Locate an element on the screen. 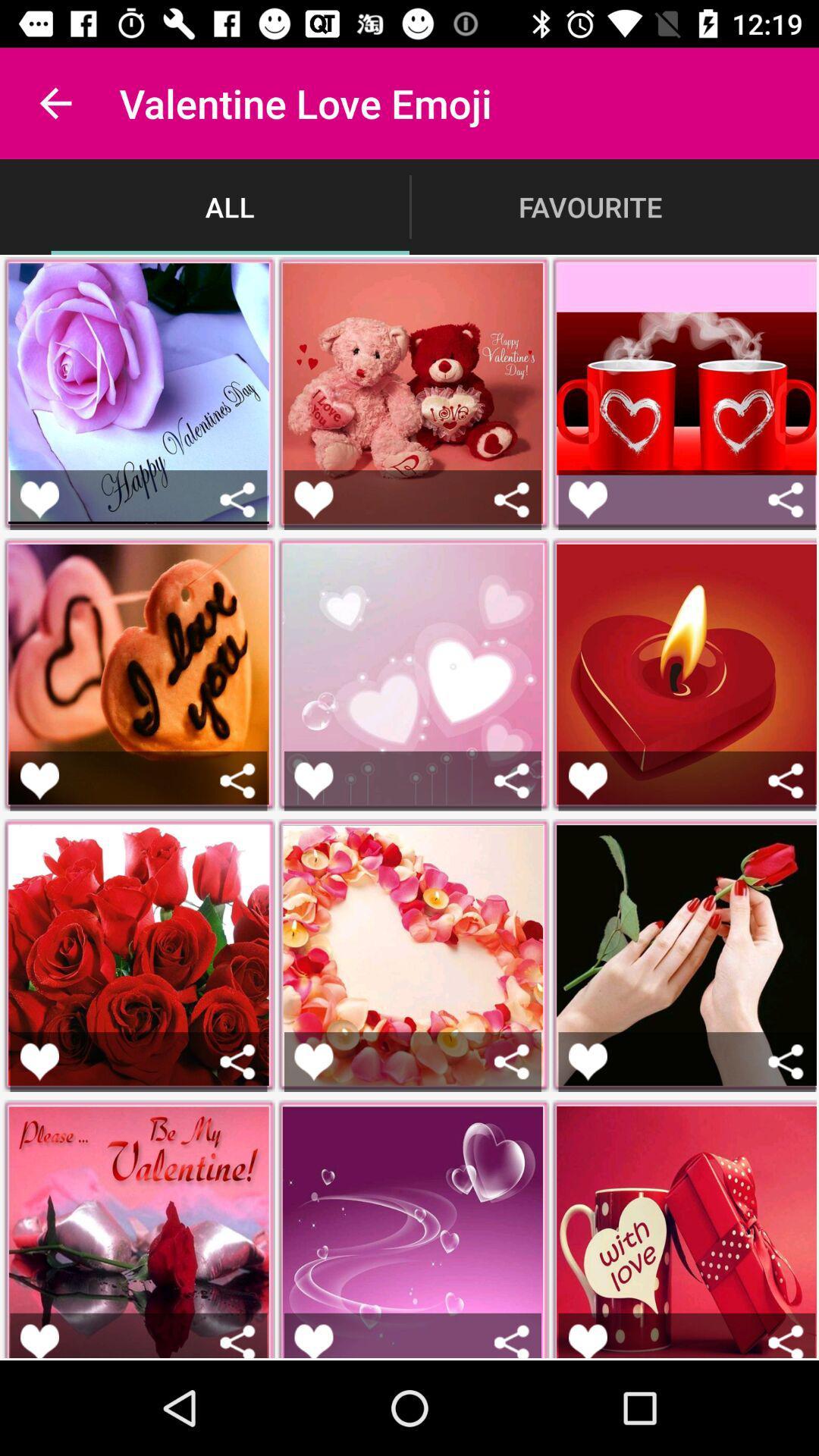 The image size is (819, 1456). heart symbol is located at coordinates (39, 1341).